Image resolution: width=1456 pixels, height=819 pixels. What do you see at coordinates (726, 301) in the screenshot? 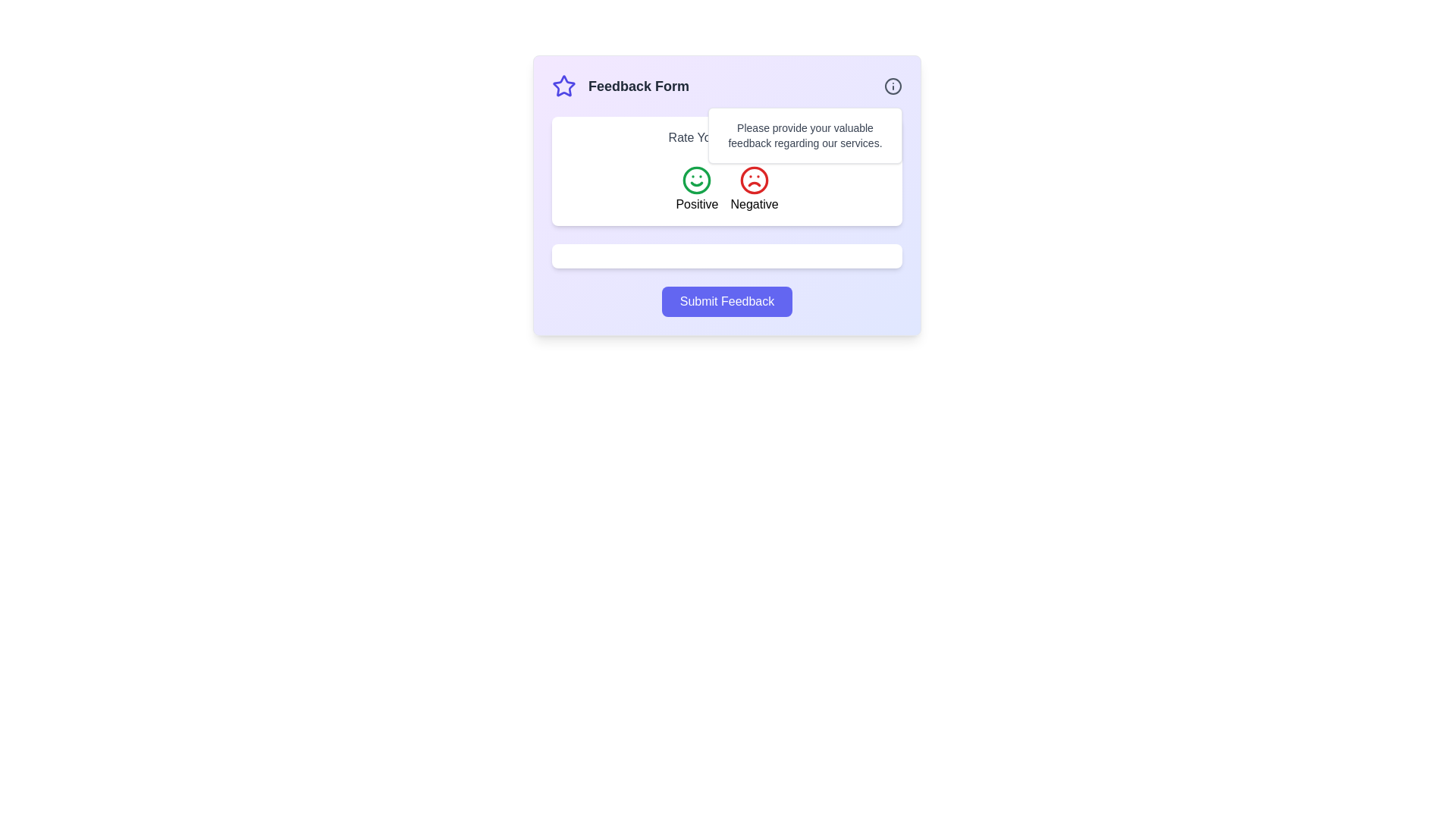
I see `the 'Submit Feedback' button, which is a blue rectangular button with white text and rounded corners, located at the bottom of the feedback form` at bounding box center [726, 301].